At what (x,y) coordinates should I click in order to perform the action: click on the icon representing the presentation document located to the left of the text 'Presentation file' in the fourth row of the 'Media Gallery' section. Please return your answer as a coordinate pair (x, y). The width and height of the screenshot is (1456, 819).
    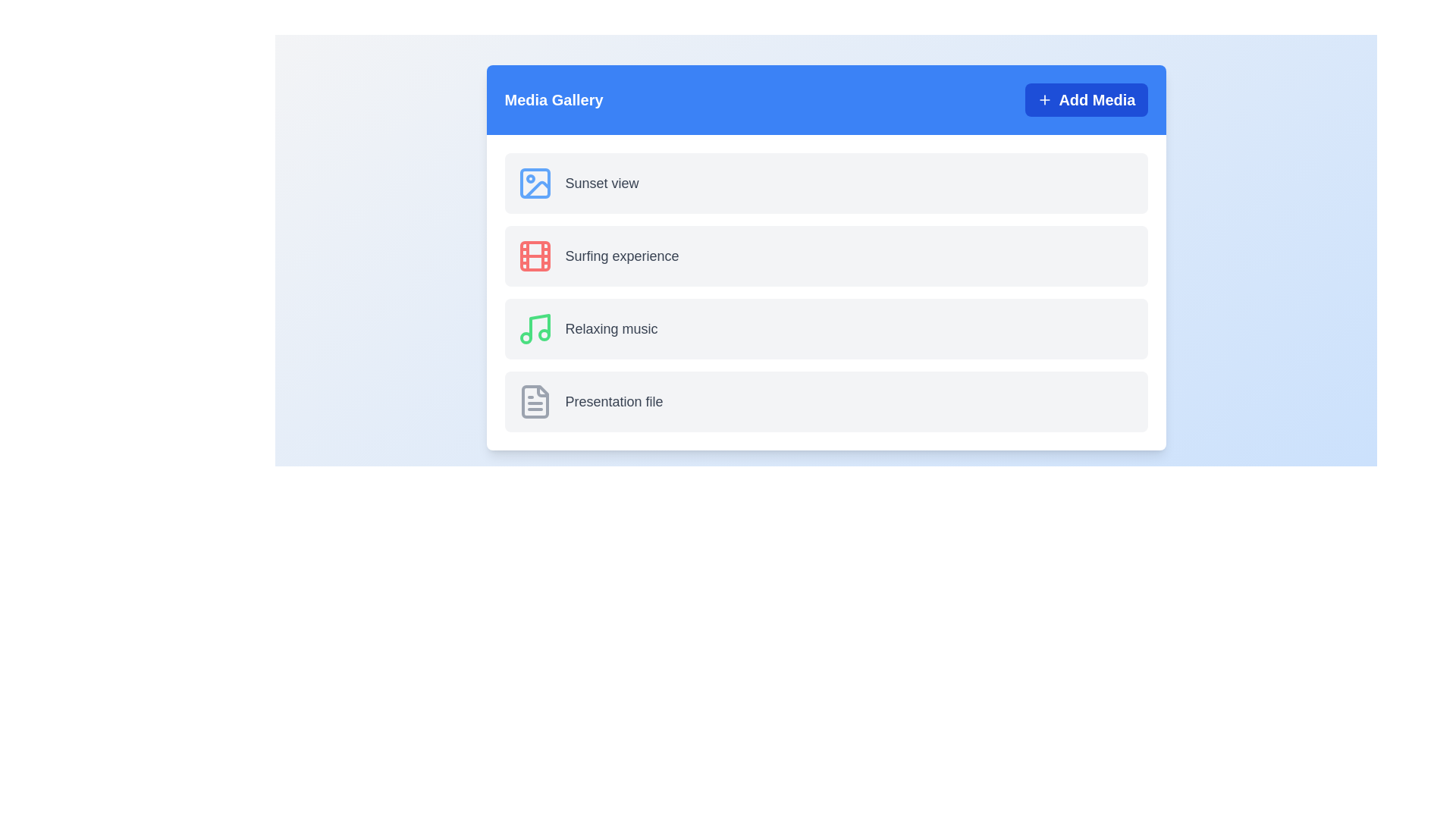
    Looking at the image, I should click on (535, 400).